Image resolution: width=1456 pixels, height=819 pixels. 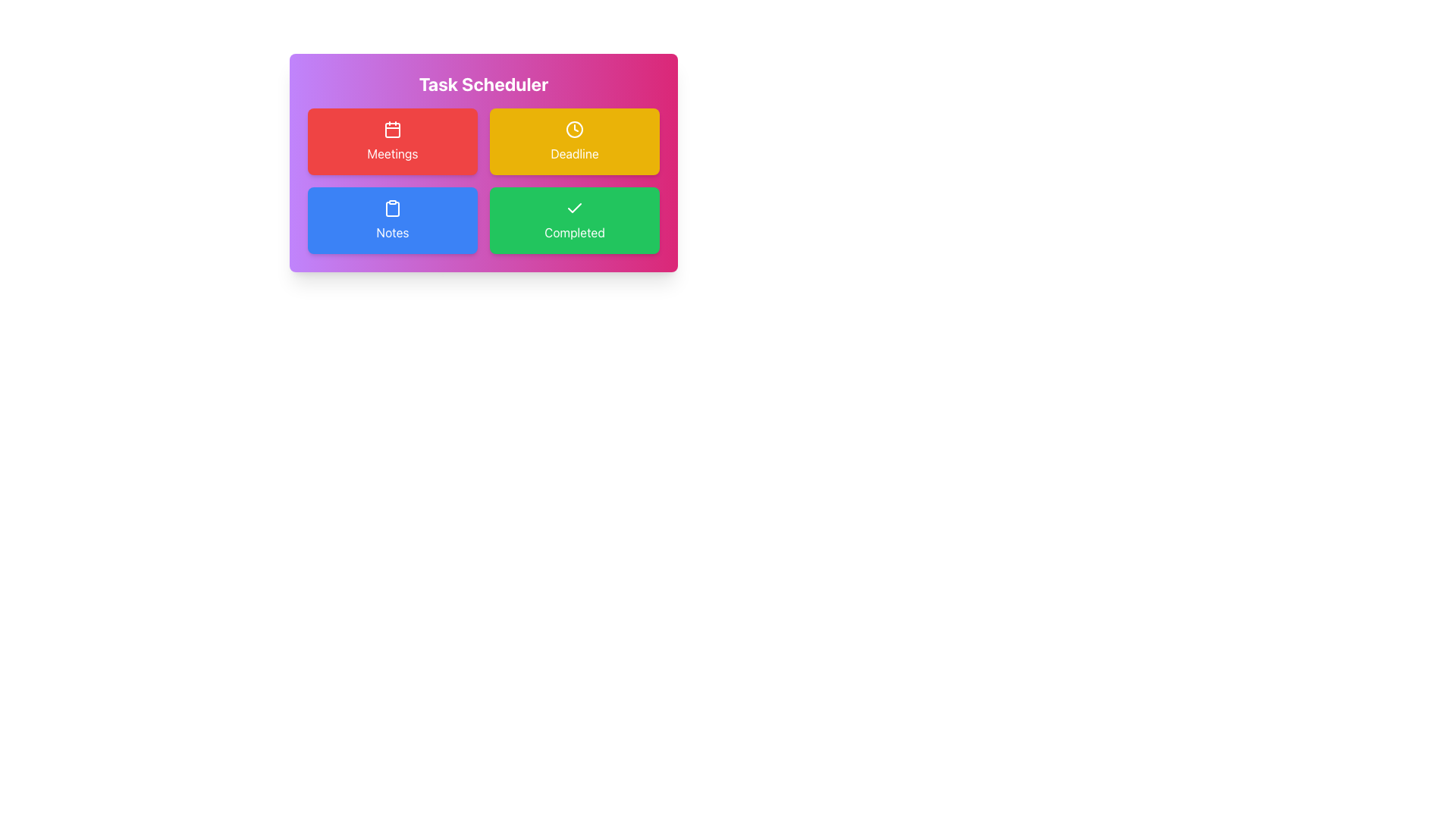 I want to click on the 'Notes' button located in the bottom-left quadrant of the Task Scheduler grid, so click(x=393, y=220).